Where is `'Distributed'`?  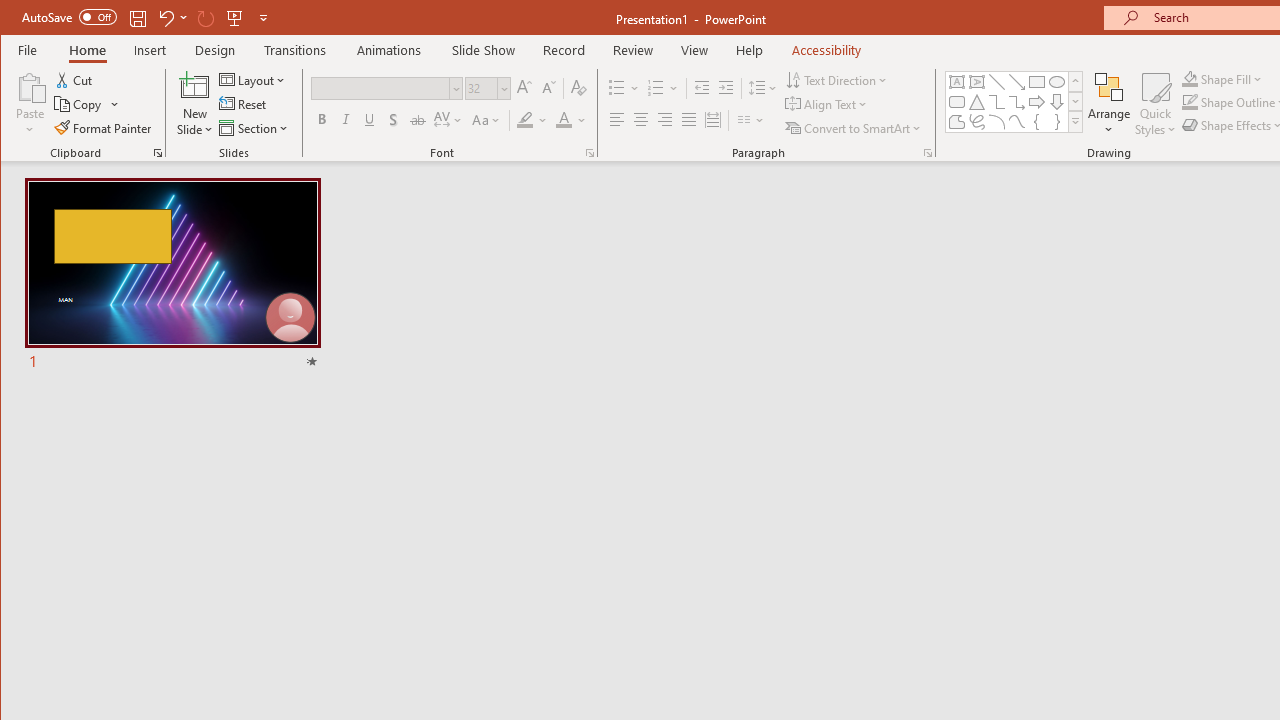
'Distributed' is located at coordinates (712, 120).